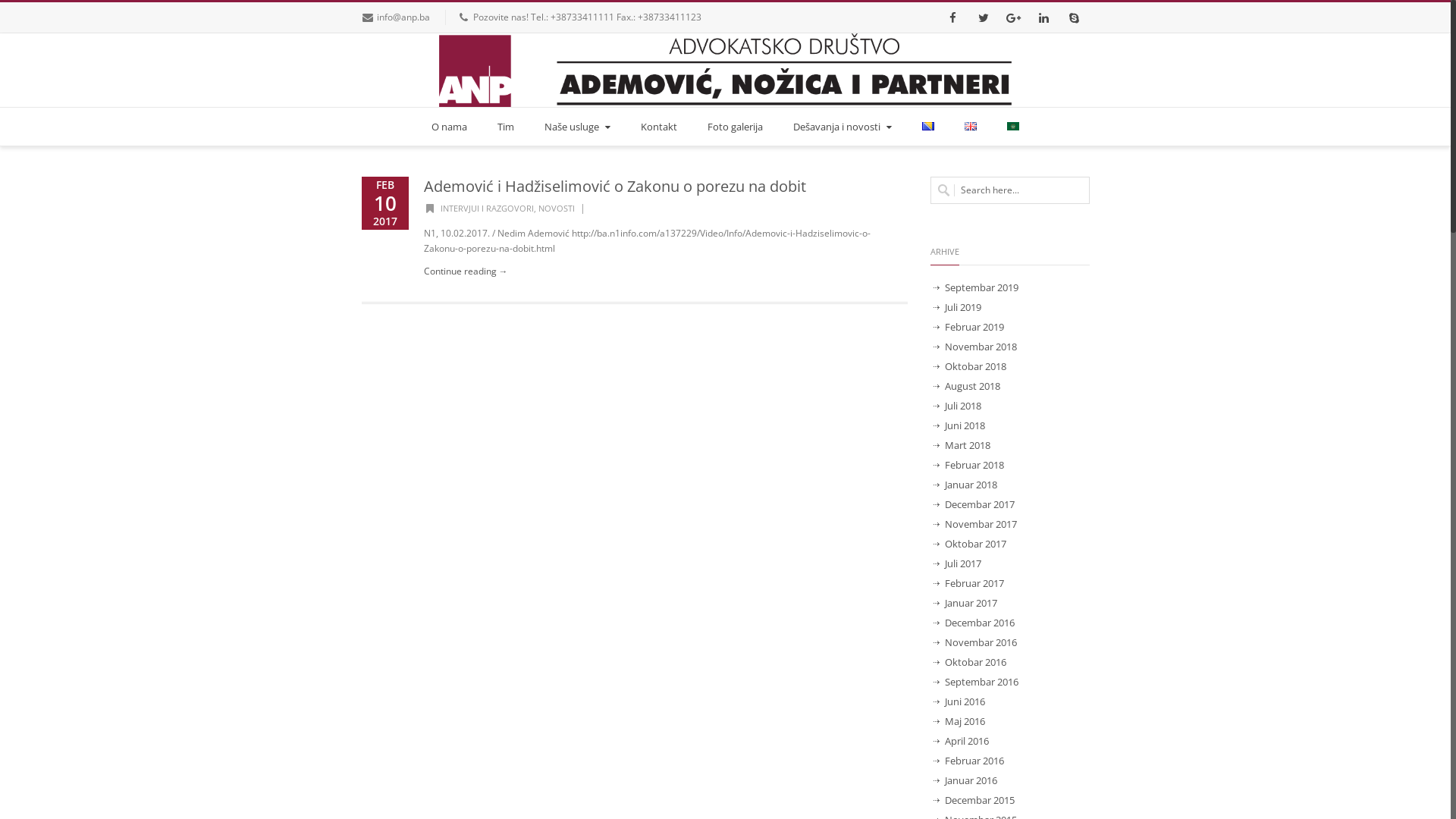 The image size is (1456, 819). What do you see at coordinates (959, 720) in the screenshot?
I see `'Maj 2016'` at bounding box center [959, 720].